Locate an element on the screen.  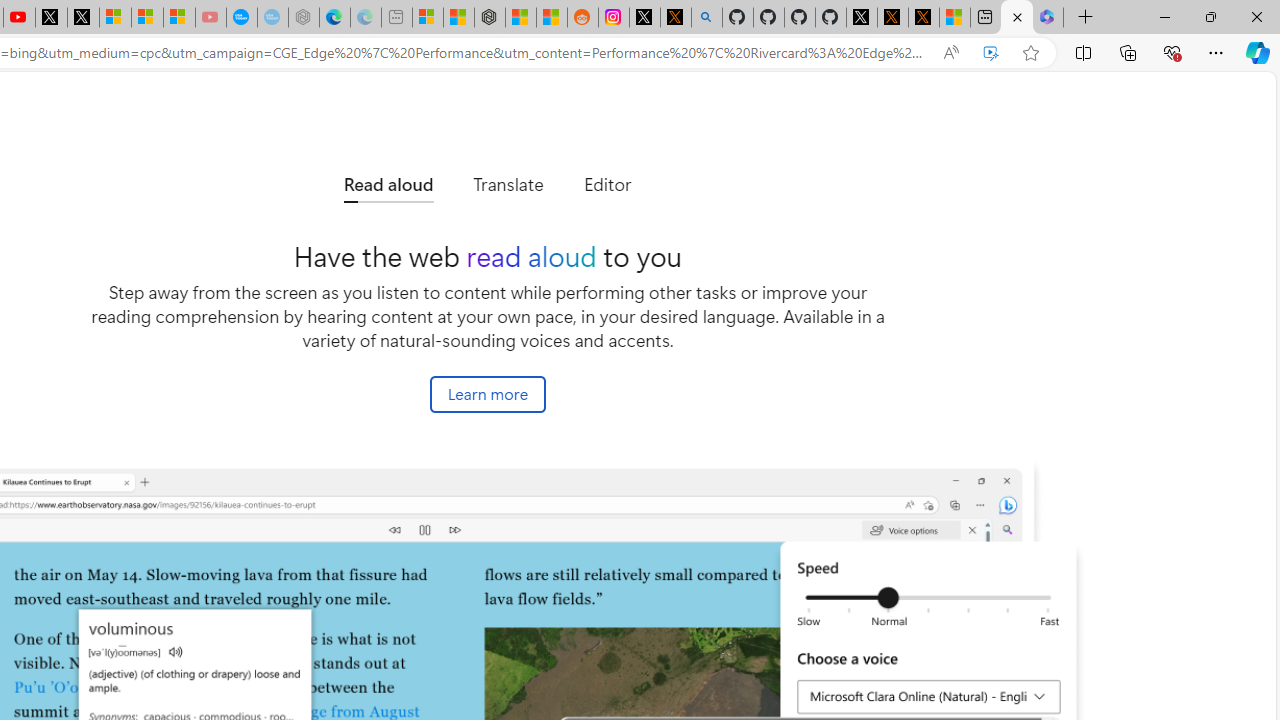
'Microsoft account | Microsoft Account Privacy Settings' is located at coordinates (427, 17).